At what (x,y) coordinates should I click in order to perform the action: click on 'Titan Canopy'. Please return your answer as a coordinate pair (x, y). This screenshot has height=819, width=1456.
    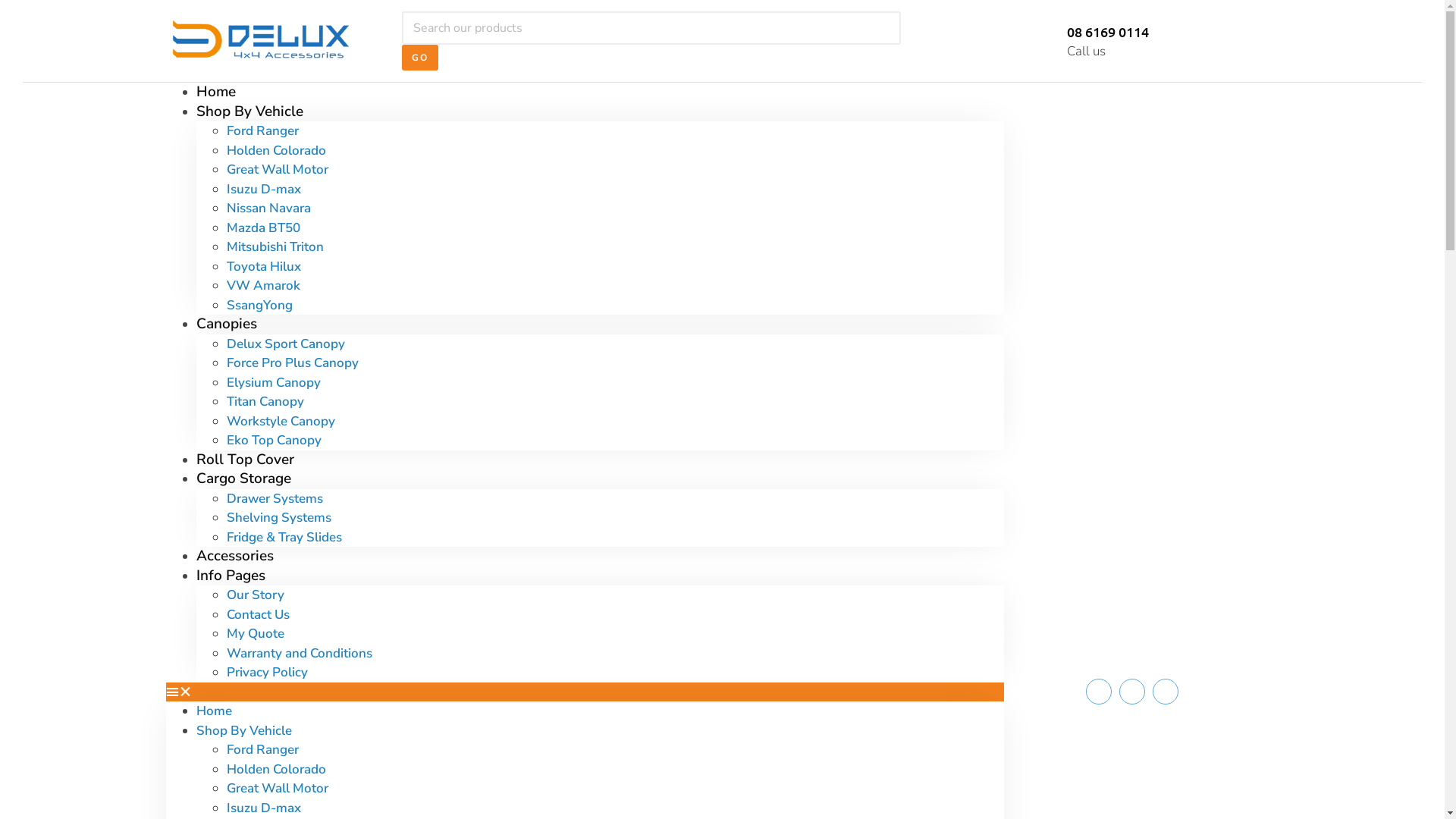
    Looking at the image, I should click on (265, 400).